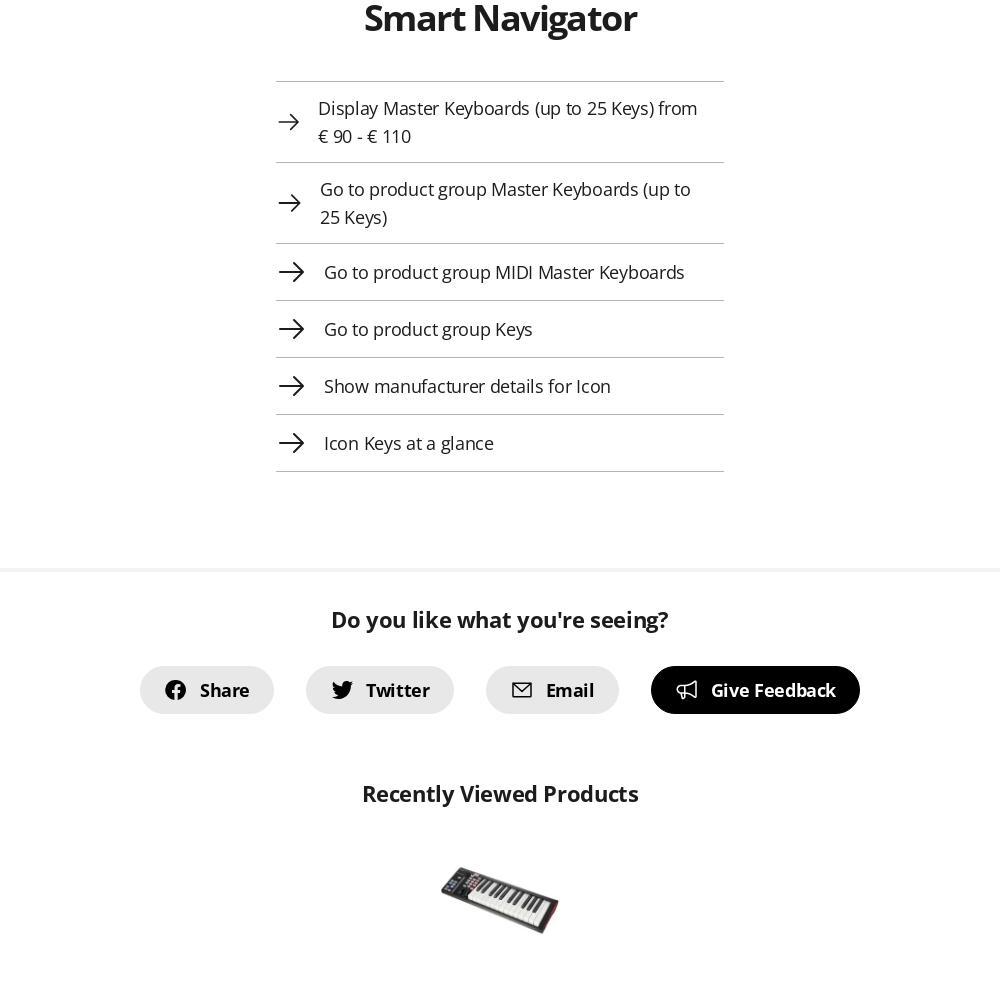 This screenshot has height=981, width=1000. Describe the element at coordinates (397, 690) in the screenshot. I see `'Twitter'` at that location.